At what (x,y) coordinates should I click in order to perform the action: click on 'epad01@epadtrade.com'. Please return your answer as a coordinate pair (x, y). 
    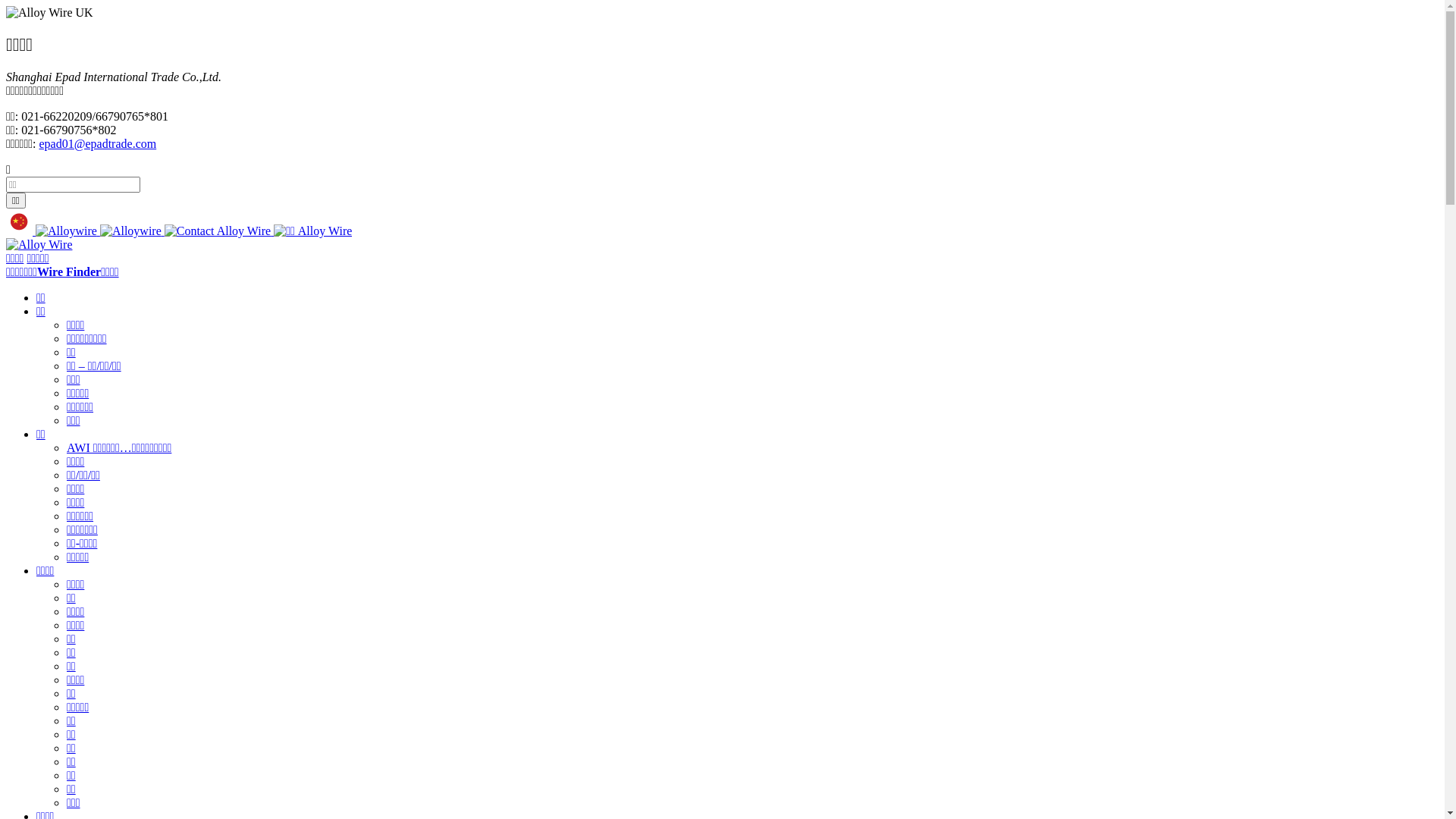
    Looking at the image, I should click on (97, 143).